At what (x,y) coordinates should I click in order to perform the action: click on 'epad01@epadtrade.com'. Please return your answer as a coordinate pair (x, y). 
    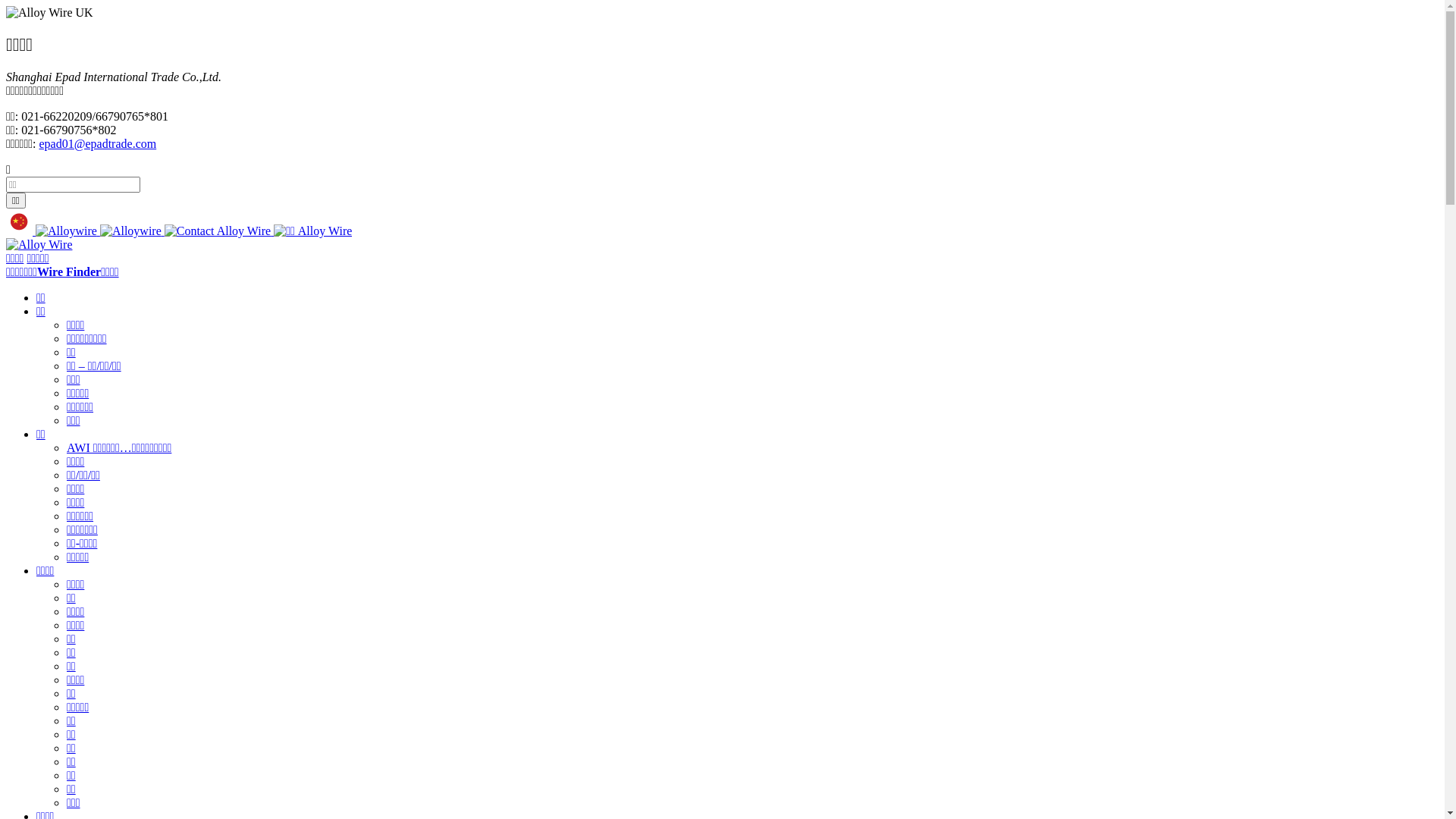
    Looking at the image, I should click on (97, 143).